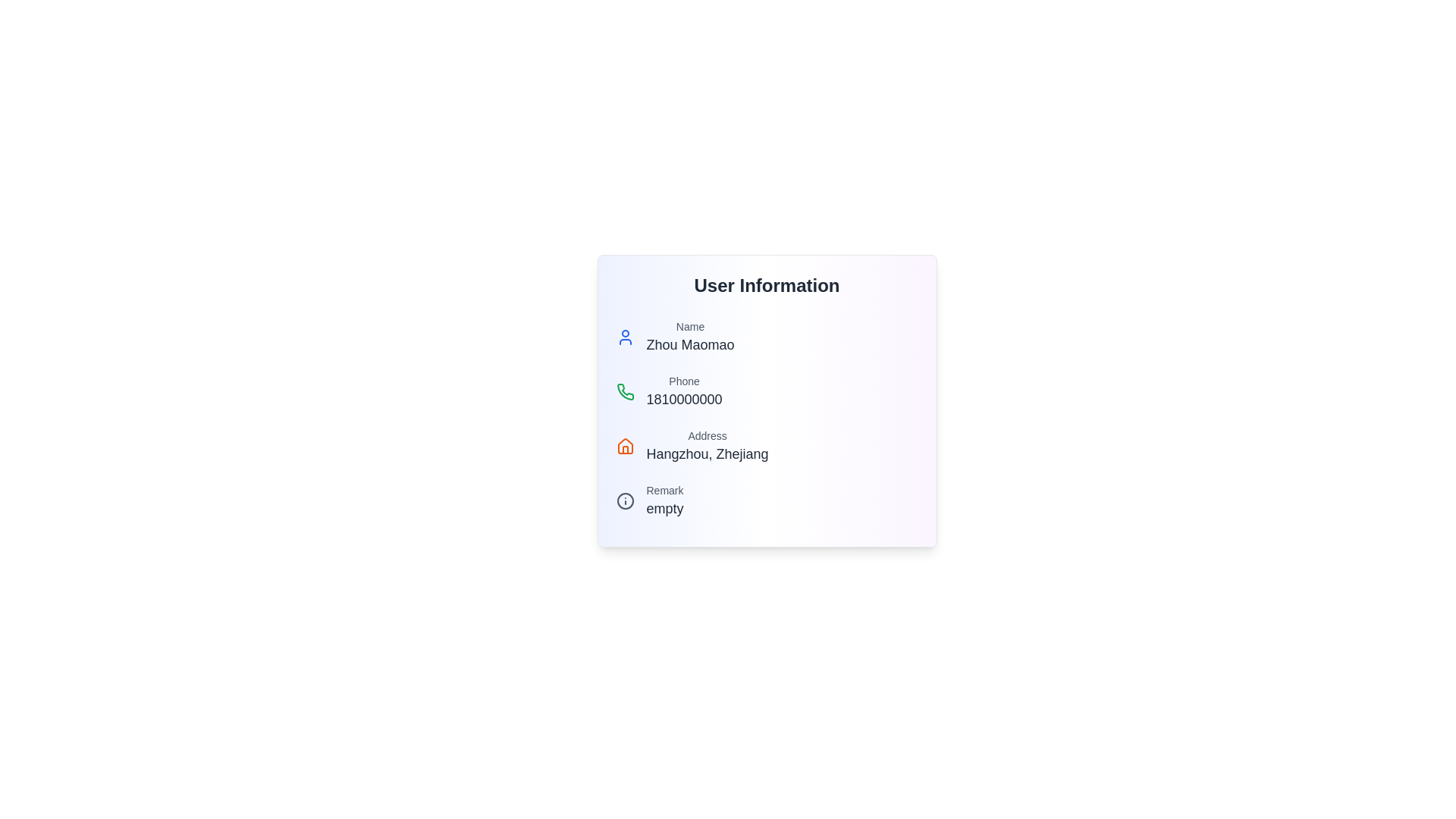 This screenshot has width=1456, height=819. What do you see at coordinates (689, 326) in the screenshot?
I see `the text label that indicates 'Zhou Maomao' as the user's name, positioned at the top of the user details section in the card-like interface` at bounding box center [689, 326].